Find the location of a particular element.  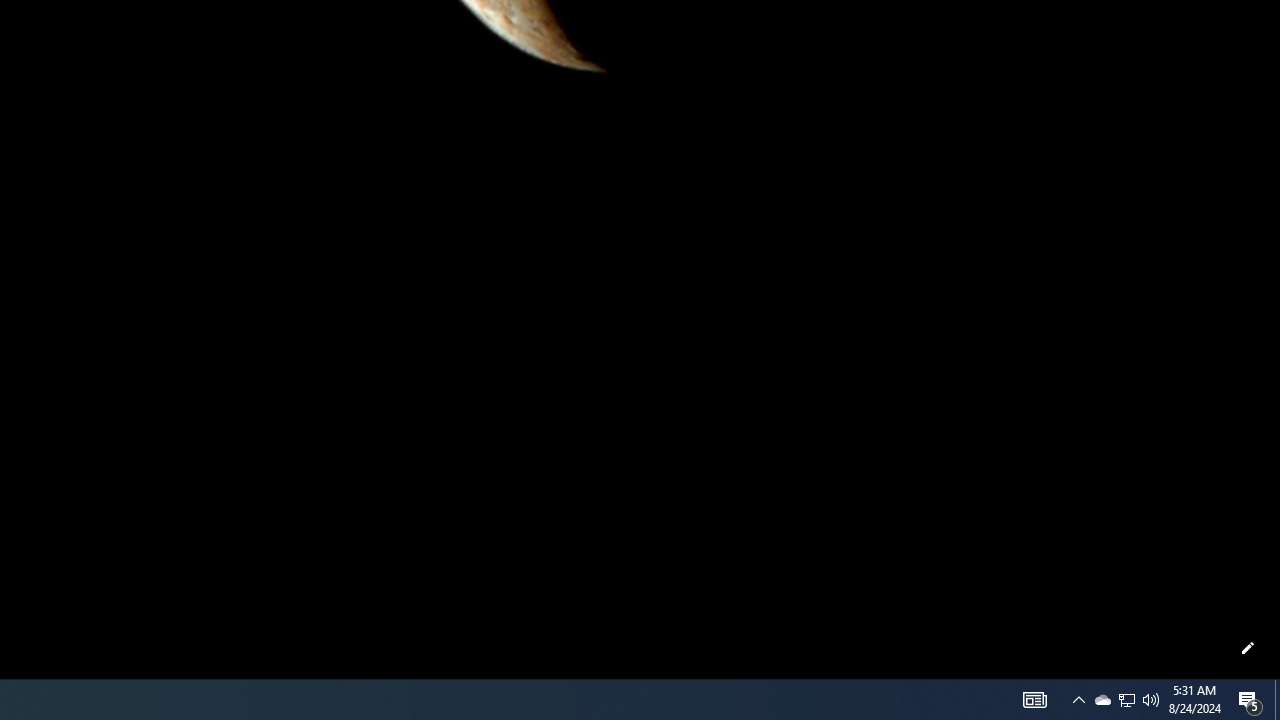

'Q2790: 100%' is located at coordinates (1151, 698).